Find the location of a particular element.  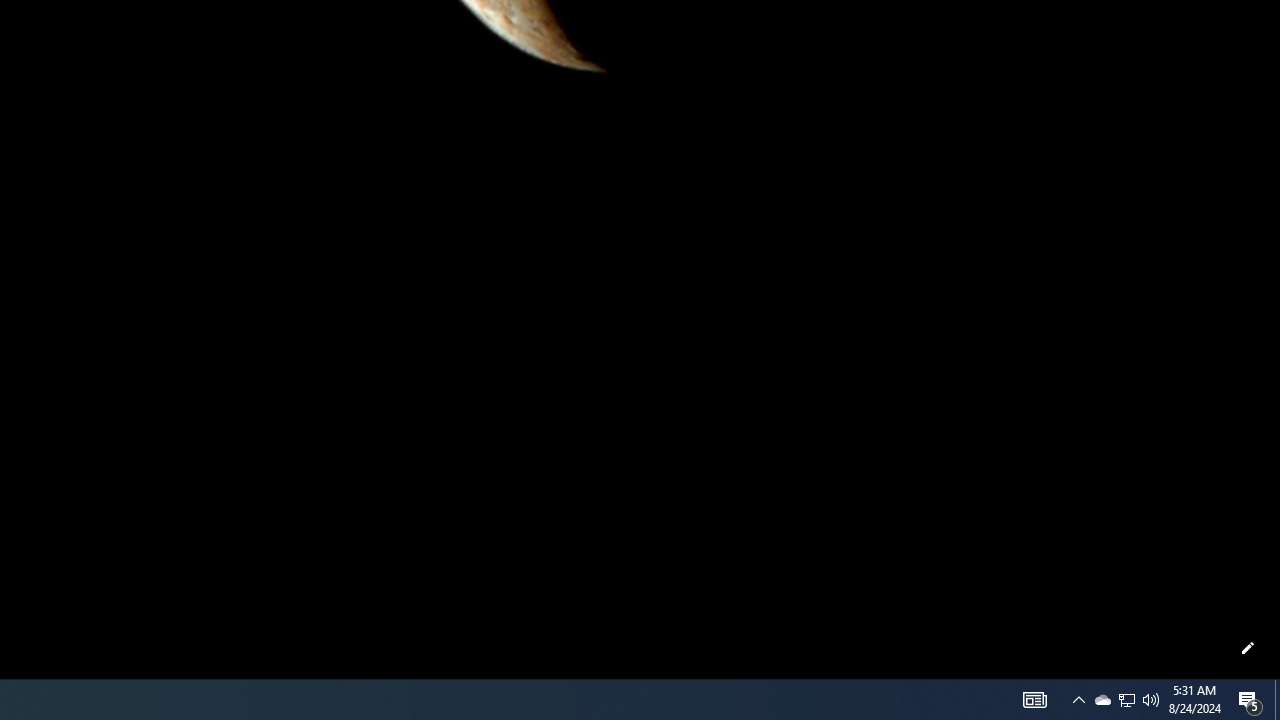

'Q2790: 100%' is located at coordinates (1151, 698).